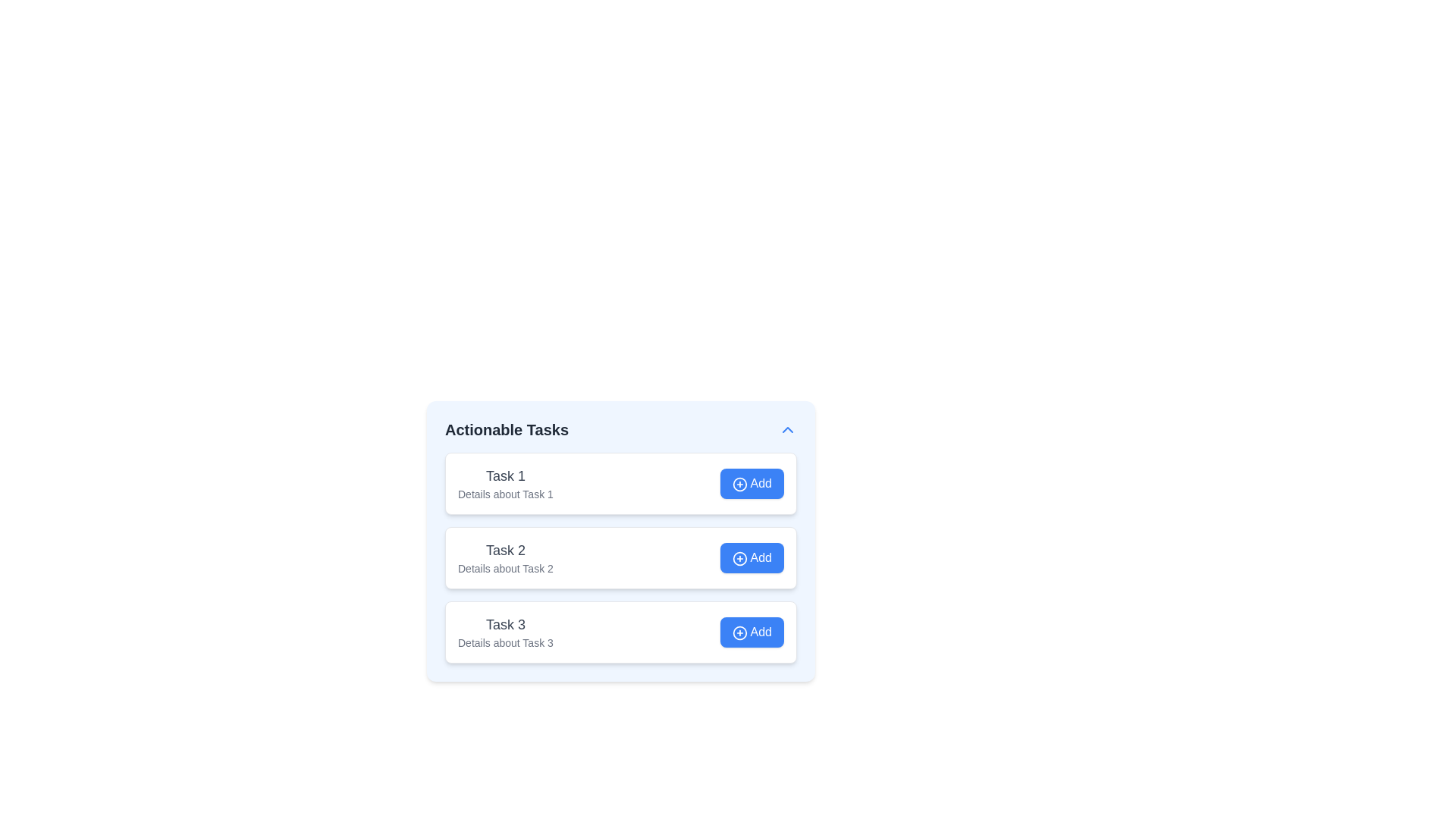 The image size is (1456, 819). What do you see at coordinates (739, 558) in the screenshot?
I see `element information of the SVG Circle representing the 'Add' button, which is located to the right of 'Task 2' in the task list interface` at bounding box center [739, 558].